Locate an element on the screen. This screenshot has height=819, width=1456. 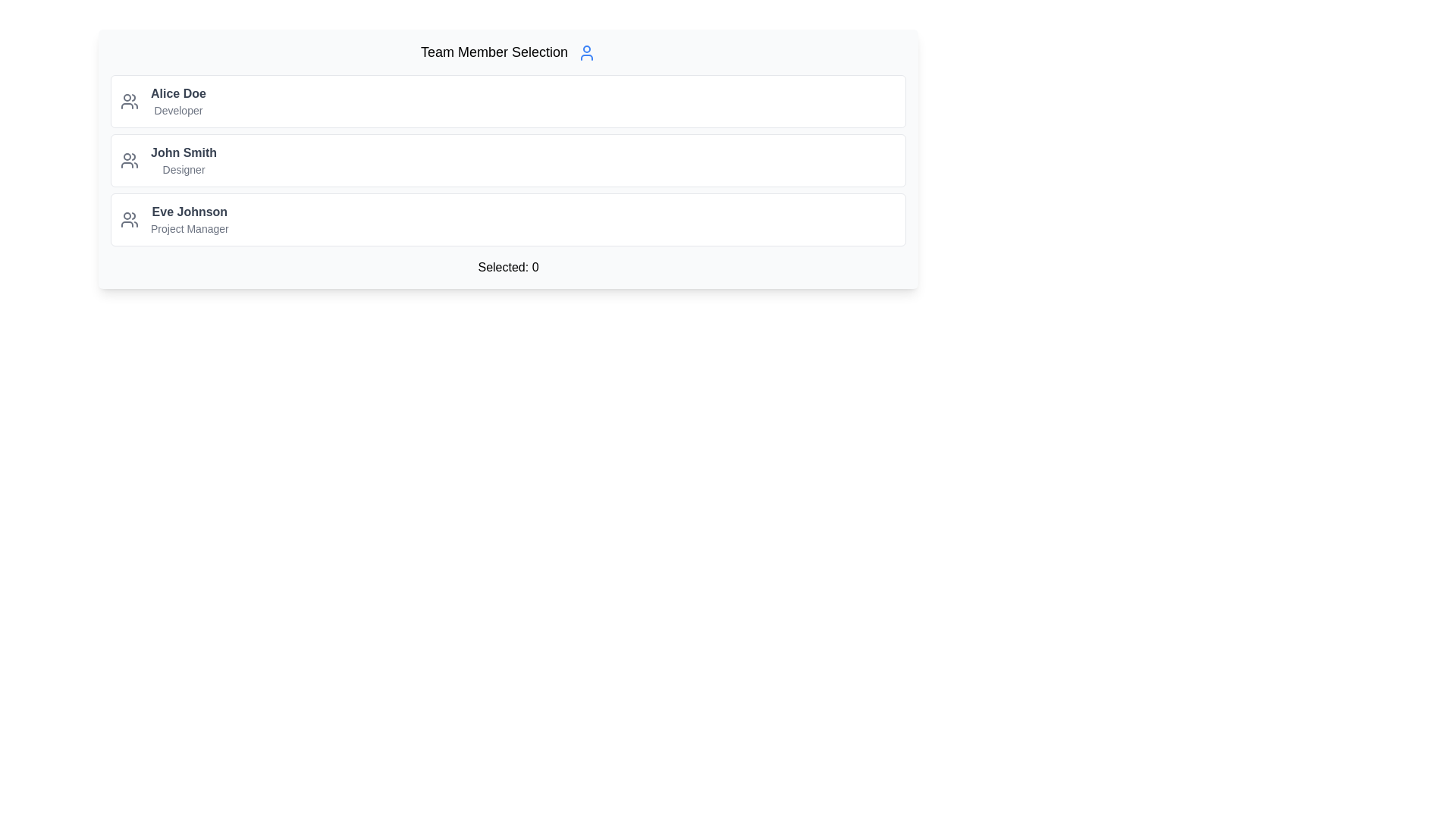
the first user profile entry in the team member selection interface is located at coordinates (508, 102).